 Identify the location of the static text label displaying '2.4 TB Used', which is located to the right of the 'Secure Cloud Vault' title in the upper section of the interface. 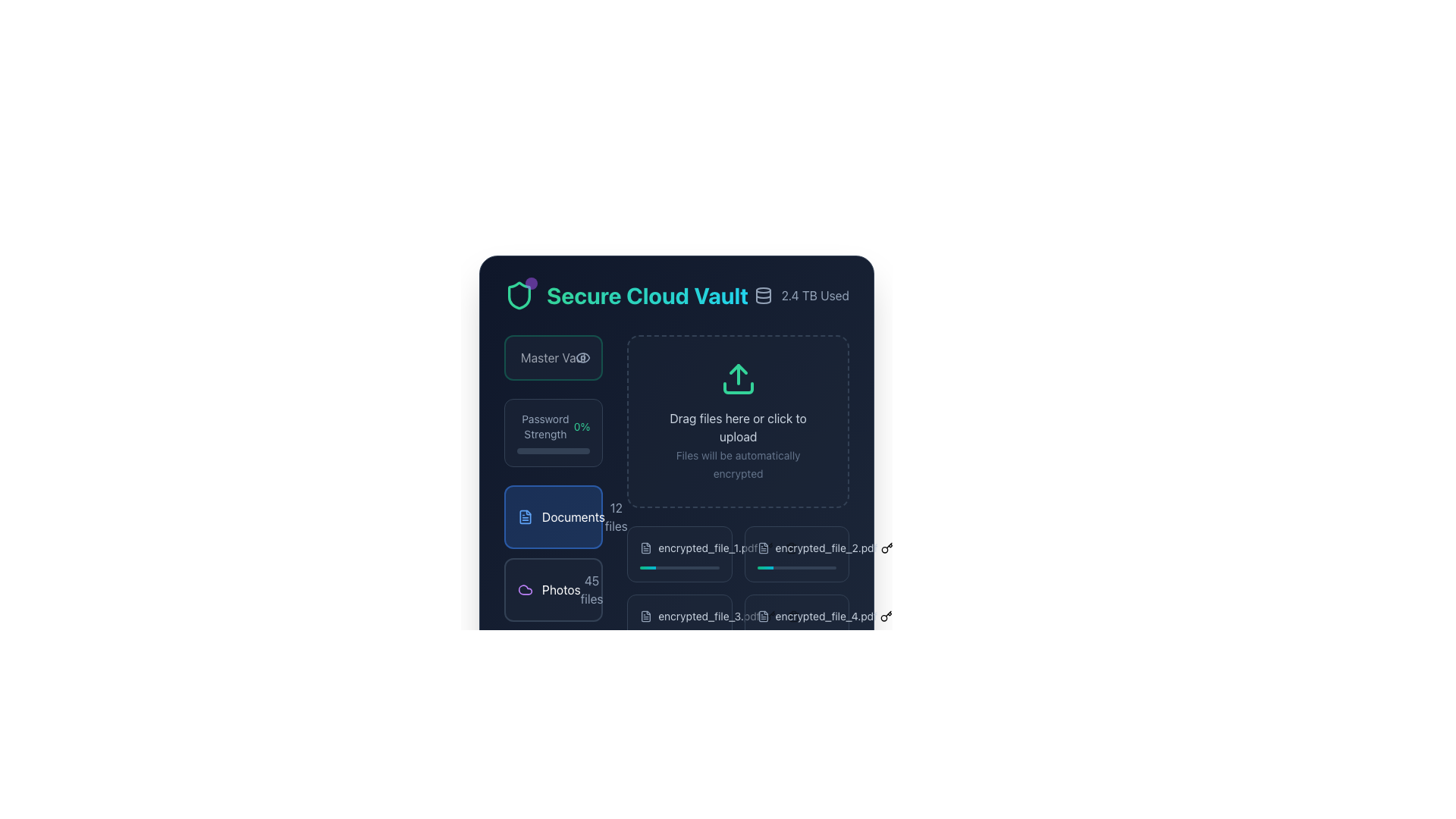
(814, 295).